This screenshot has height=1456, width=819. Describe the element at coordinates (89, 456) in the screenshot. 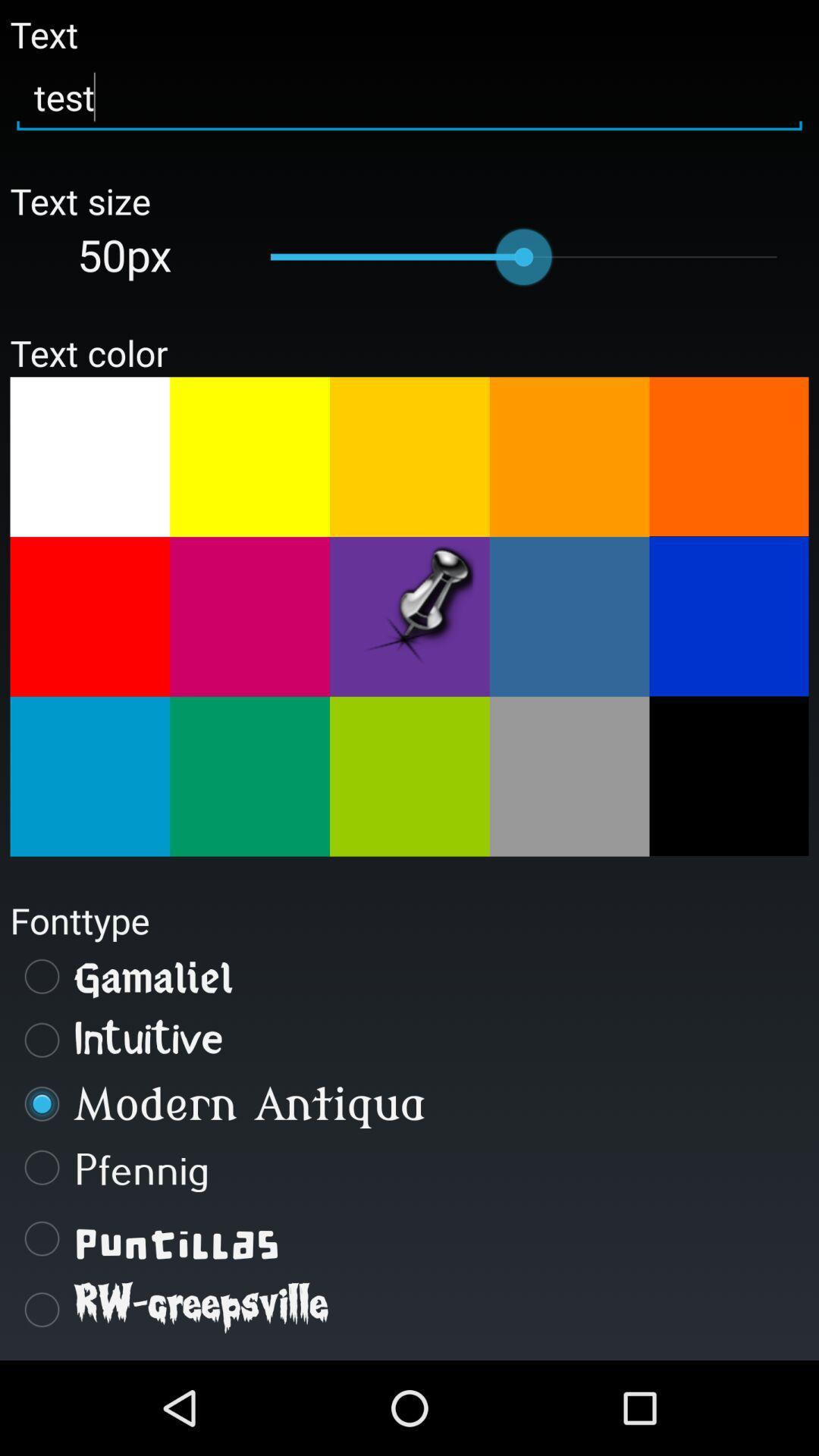

I see `text color white` at that location.